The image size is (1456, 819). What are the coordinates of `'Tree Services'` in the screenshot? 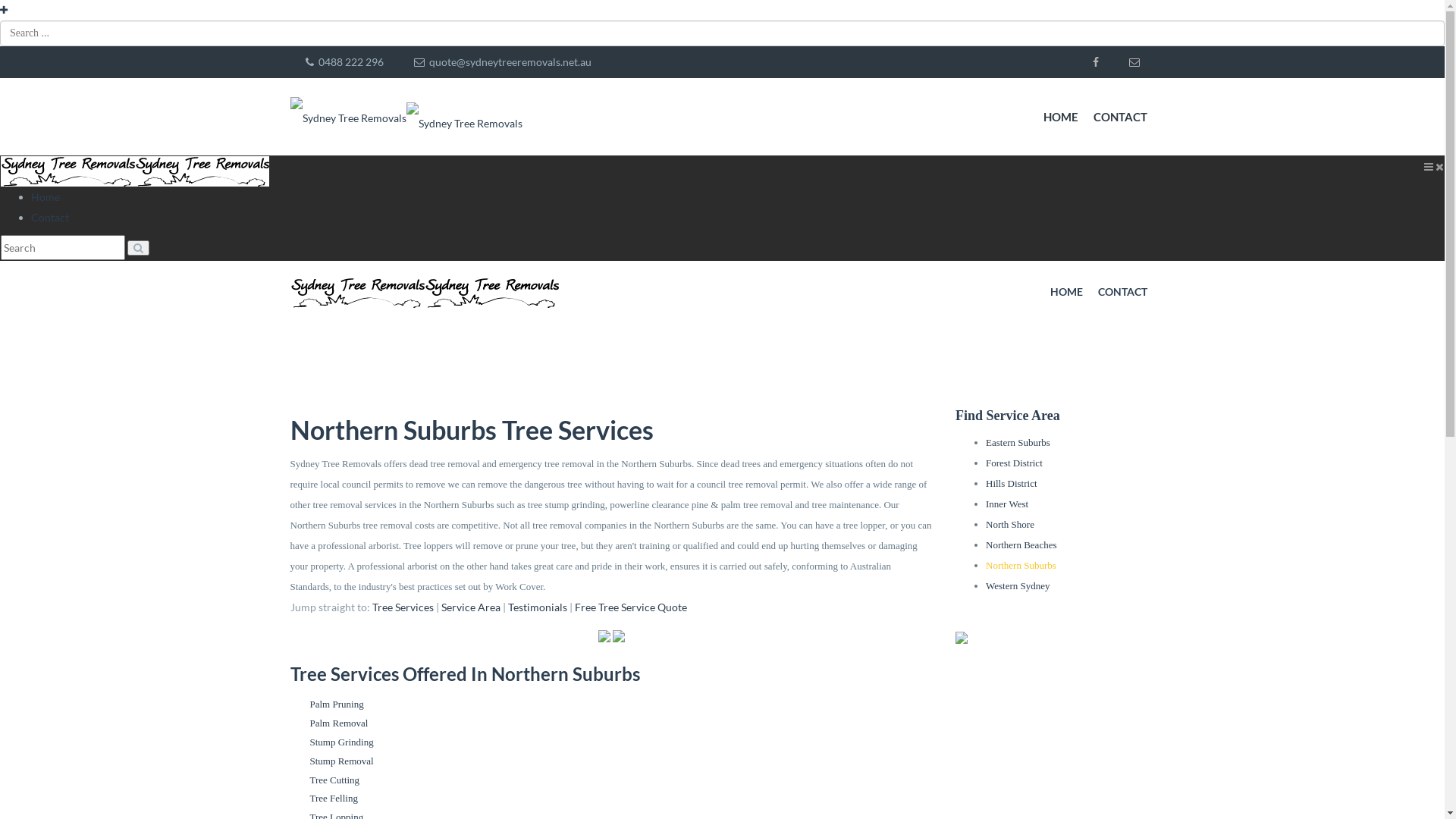 It's located at (402, 606).